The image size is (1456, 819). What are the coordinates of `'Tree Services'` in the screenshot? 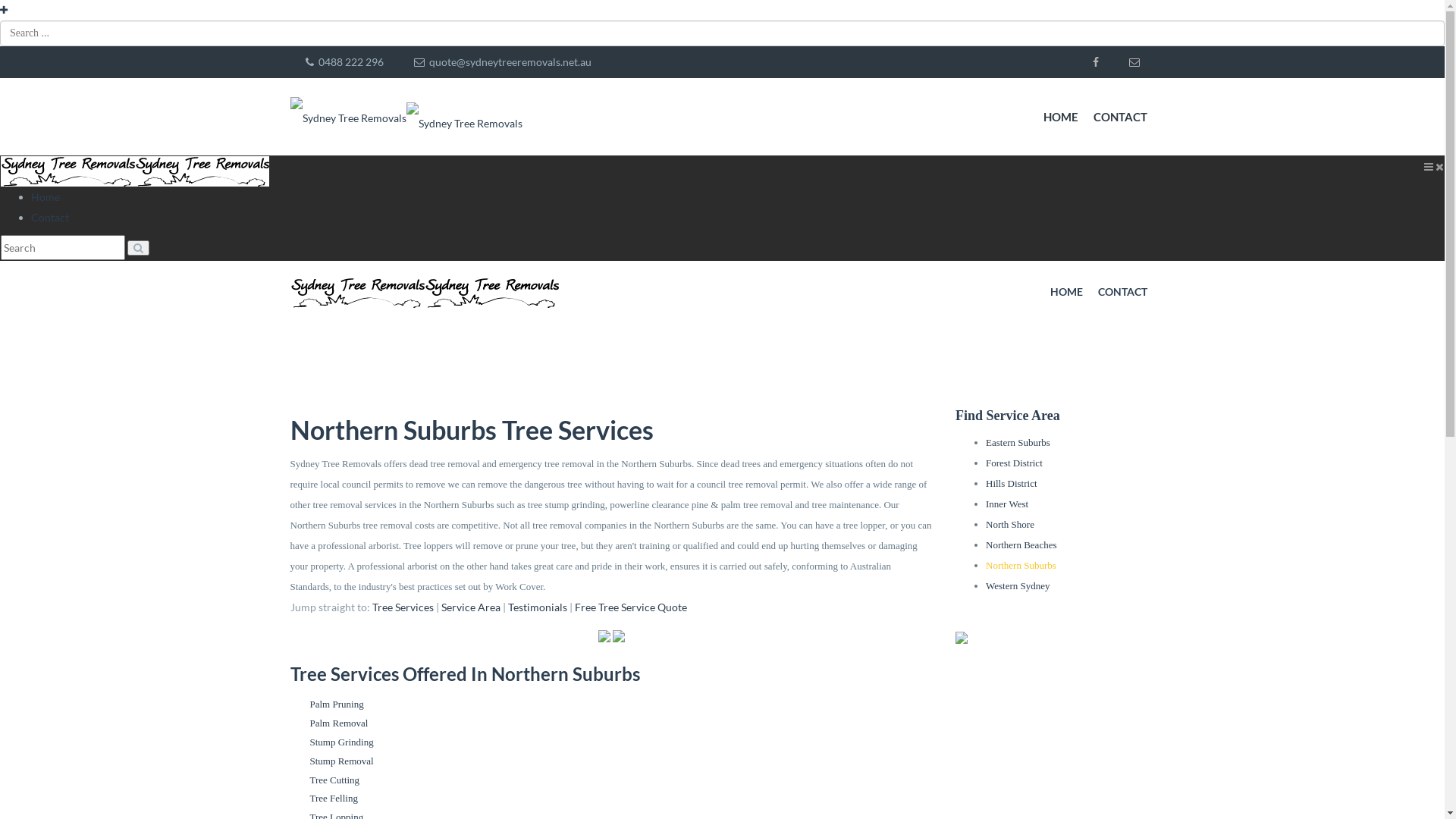 It's located at (402, 606).